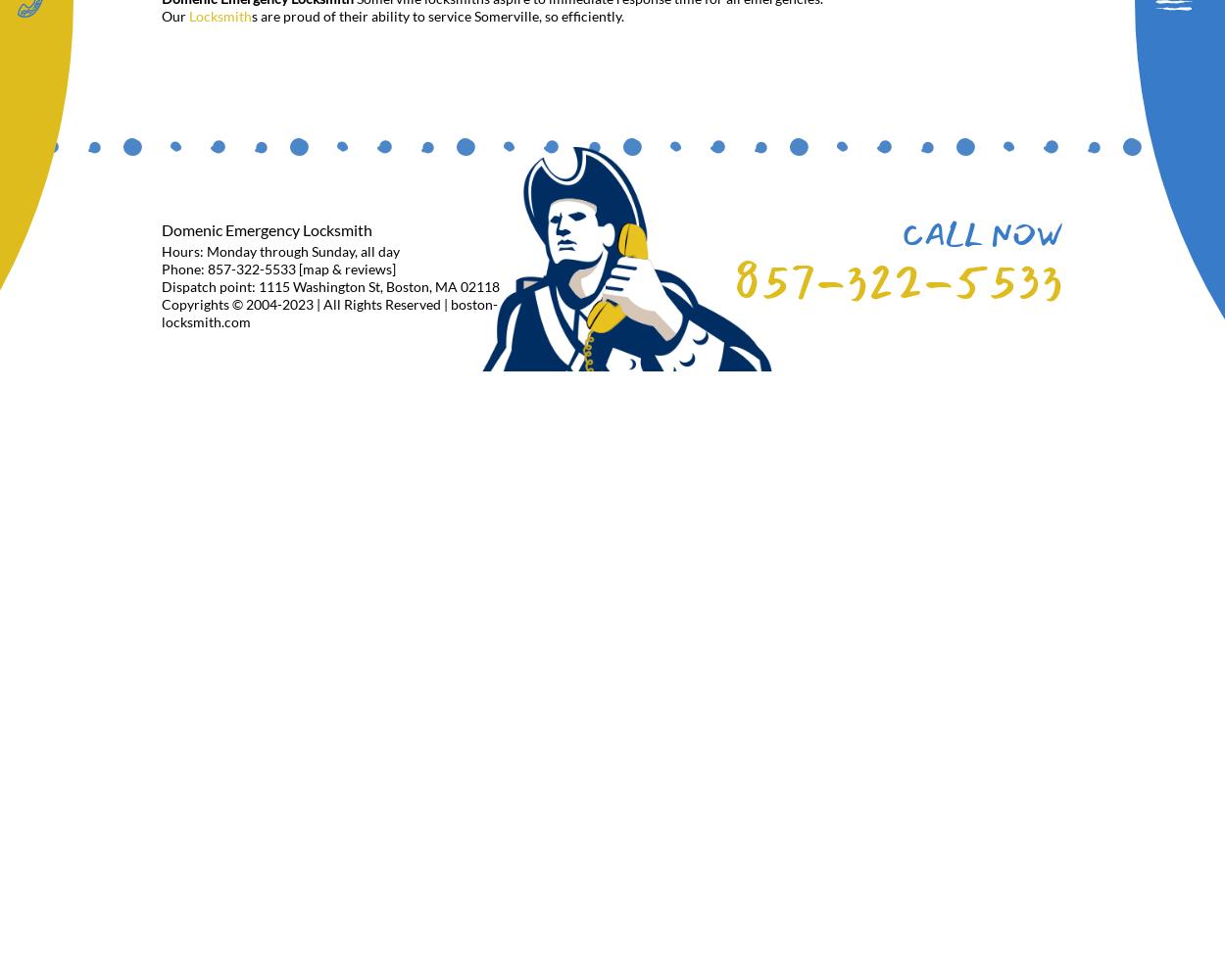  I want to click on '857-322-5533', so click(898, 280).